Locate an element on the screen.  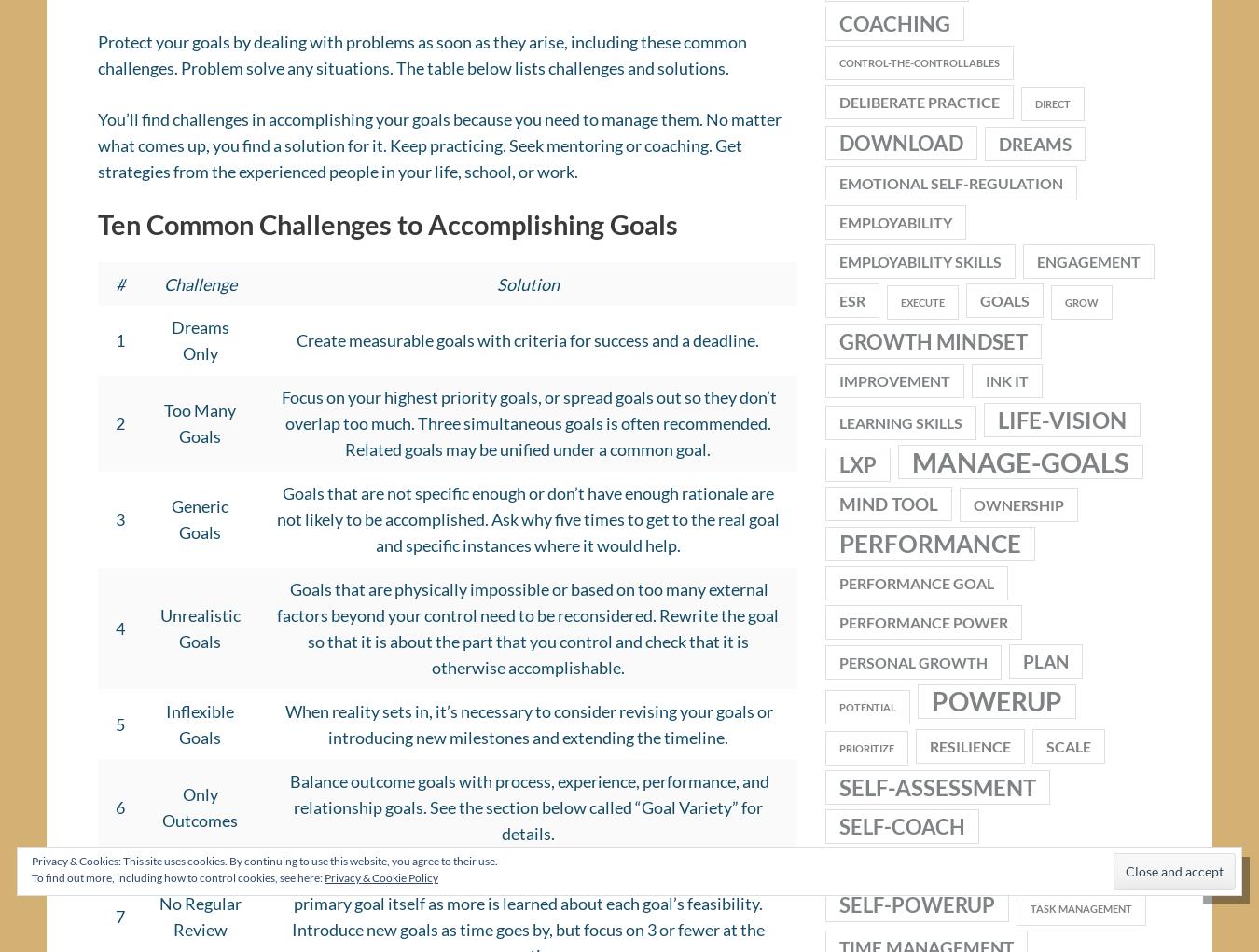
'No Regular Review' is located at coordinates (158, 922).